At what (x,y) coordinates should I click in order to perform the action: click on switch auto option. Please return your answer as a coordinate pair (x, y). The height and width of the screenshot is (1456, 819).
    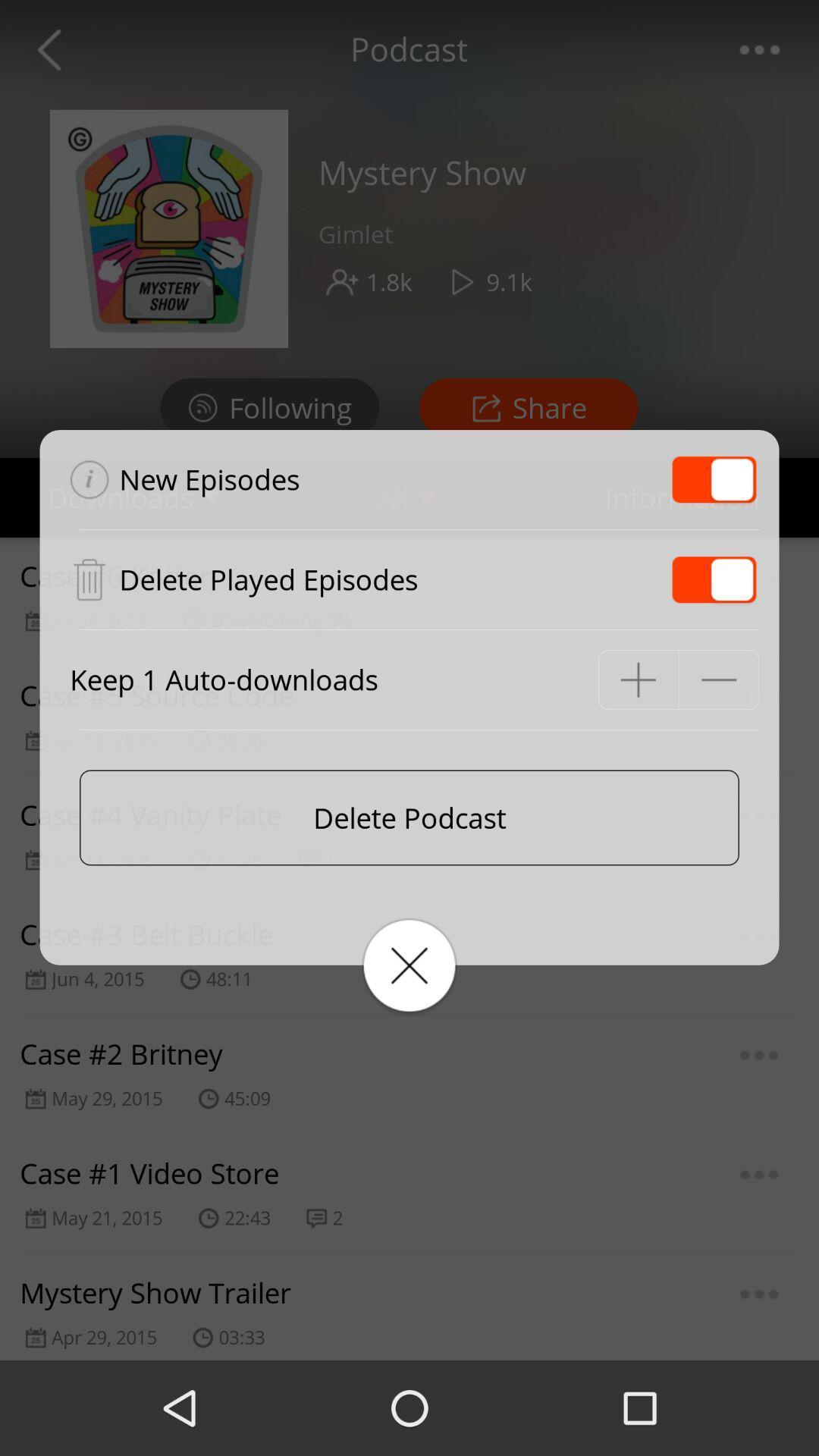
    Looking at the image, I should click on (714, 579).